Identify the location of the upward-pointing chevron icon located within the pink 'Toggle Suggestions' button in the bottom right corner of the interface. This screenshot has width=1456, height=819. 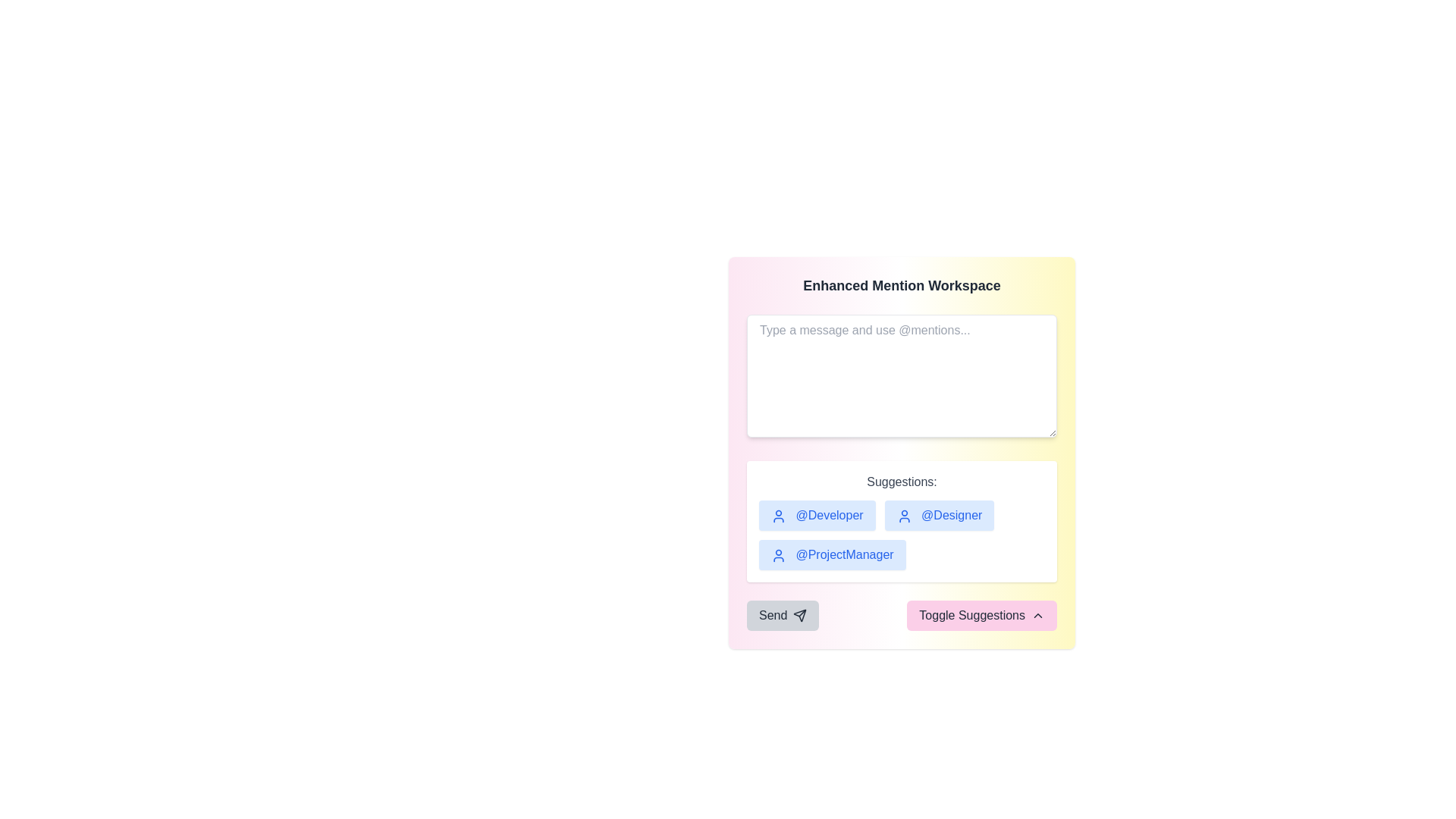
(1037, 616).